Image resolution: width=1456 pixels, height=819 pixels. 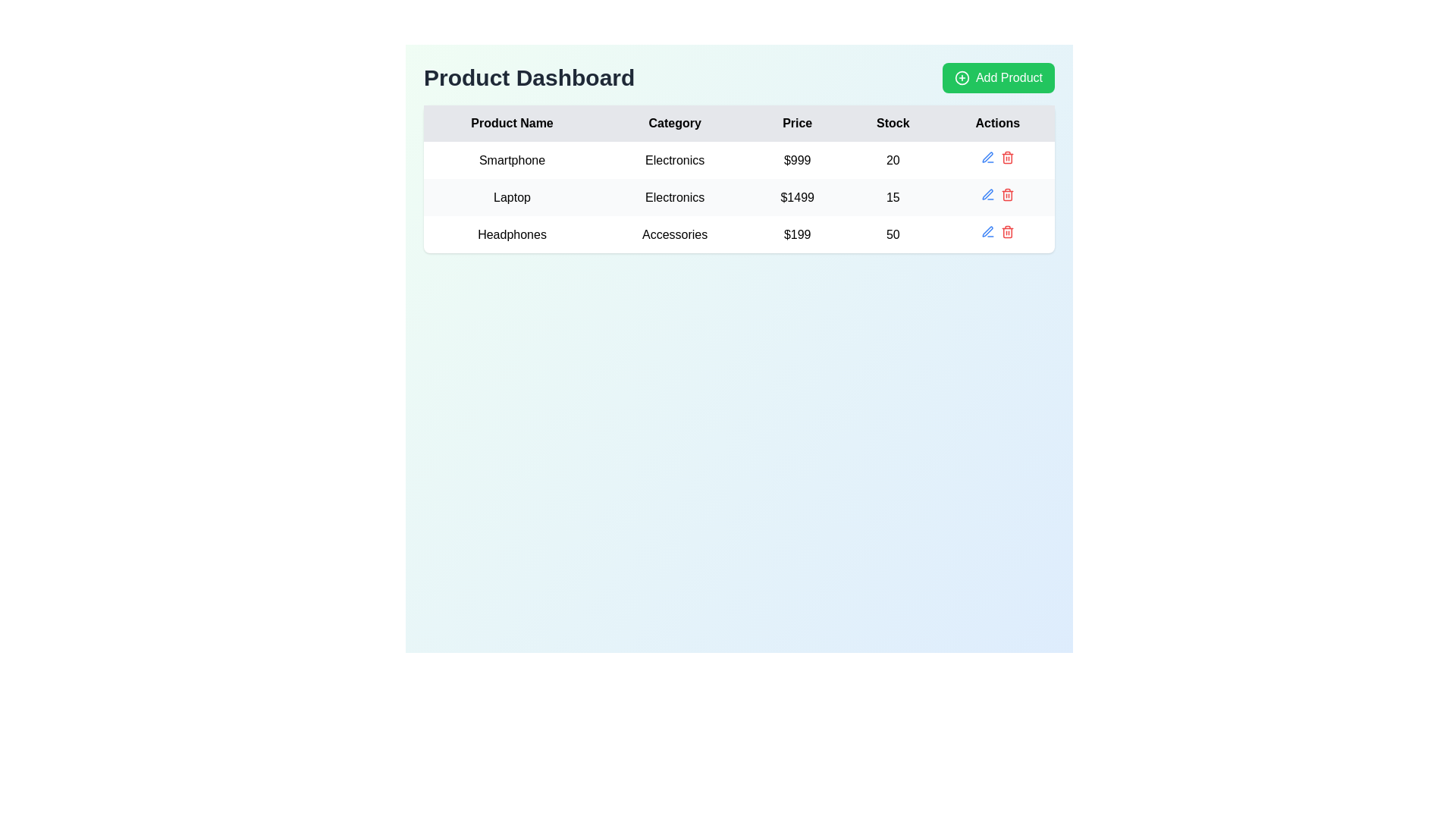 What do you see at coordinates (987, 158) in the screenshot?
I see `the blue edit icon resembling a pen located in the 'Actions' column of the first row of the table to initiate the edit action for the 'Smartphone' product` at bounding box center [987, 158].